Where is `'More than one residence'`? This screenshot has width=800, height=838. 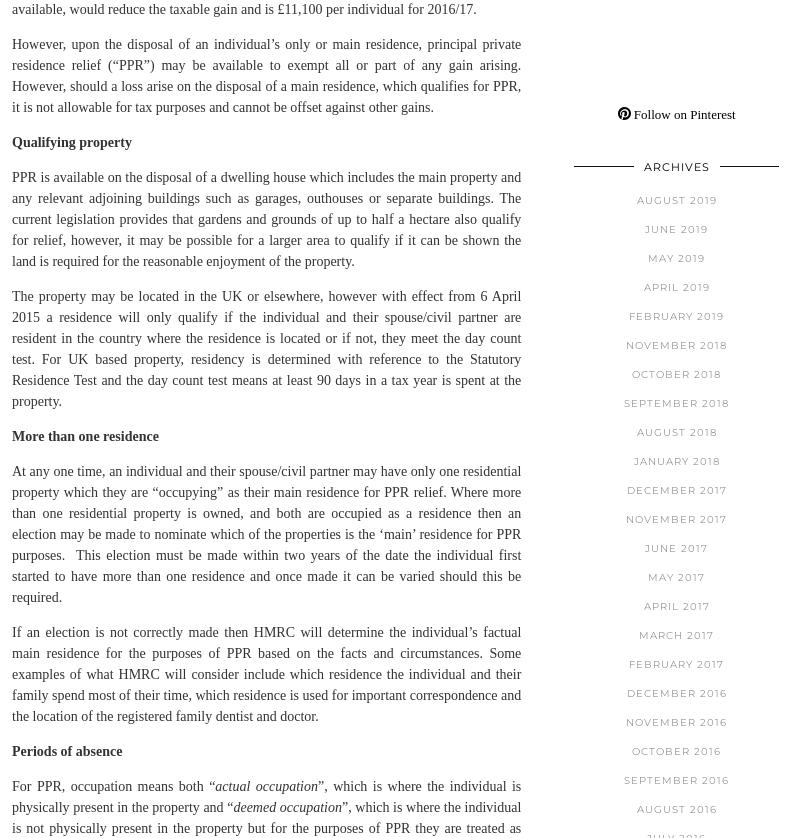 'More than one residence' is located at coordinates (85, 435).